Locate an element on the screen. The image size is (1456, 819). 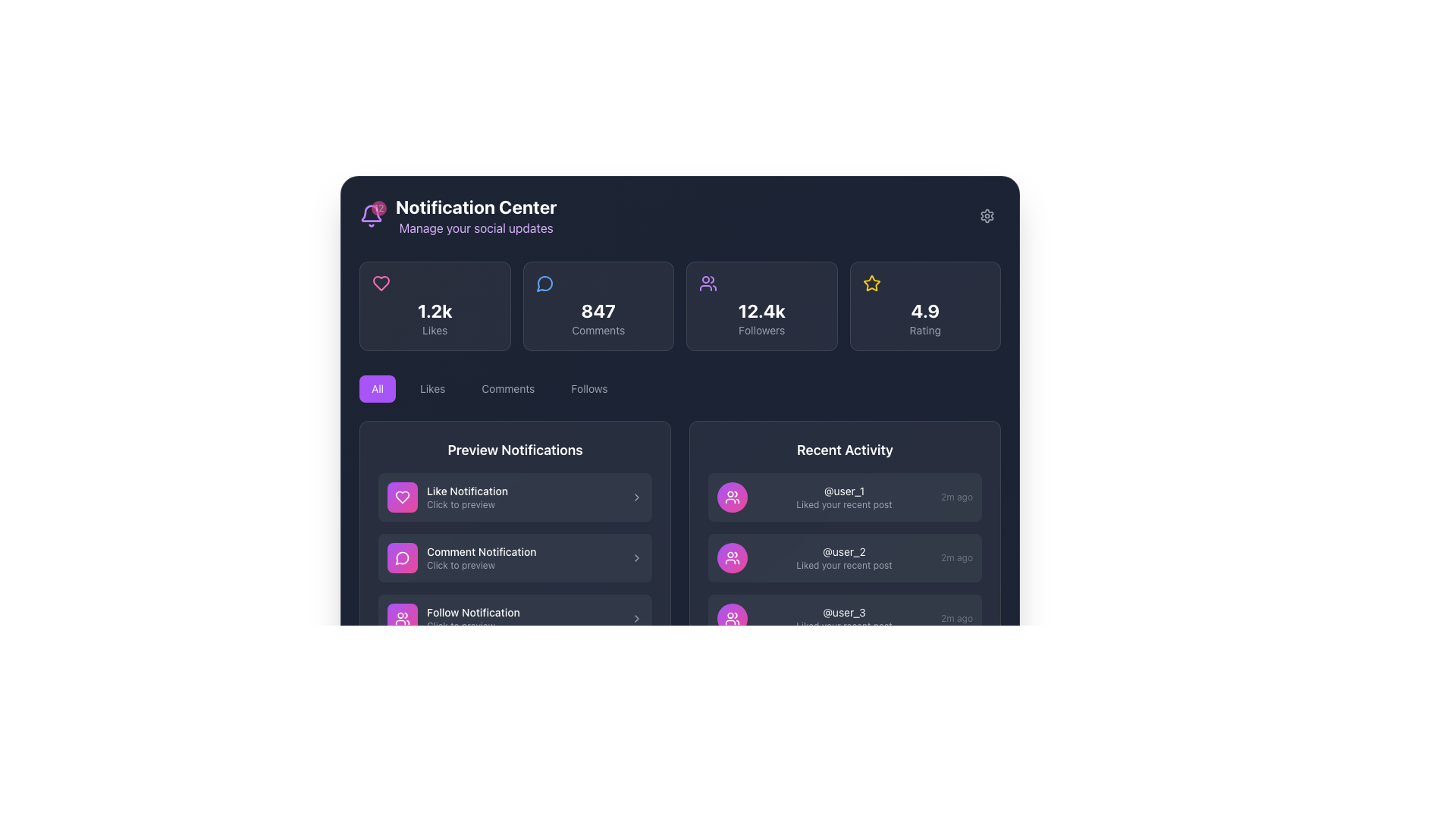
the static text label that provides additional context for the 'Notification Center', located beneath the main title is located at coordinates (475, 227).